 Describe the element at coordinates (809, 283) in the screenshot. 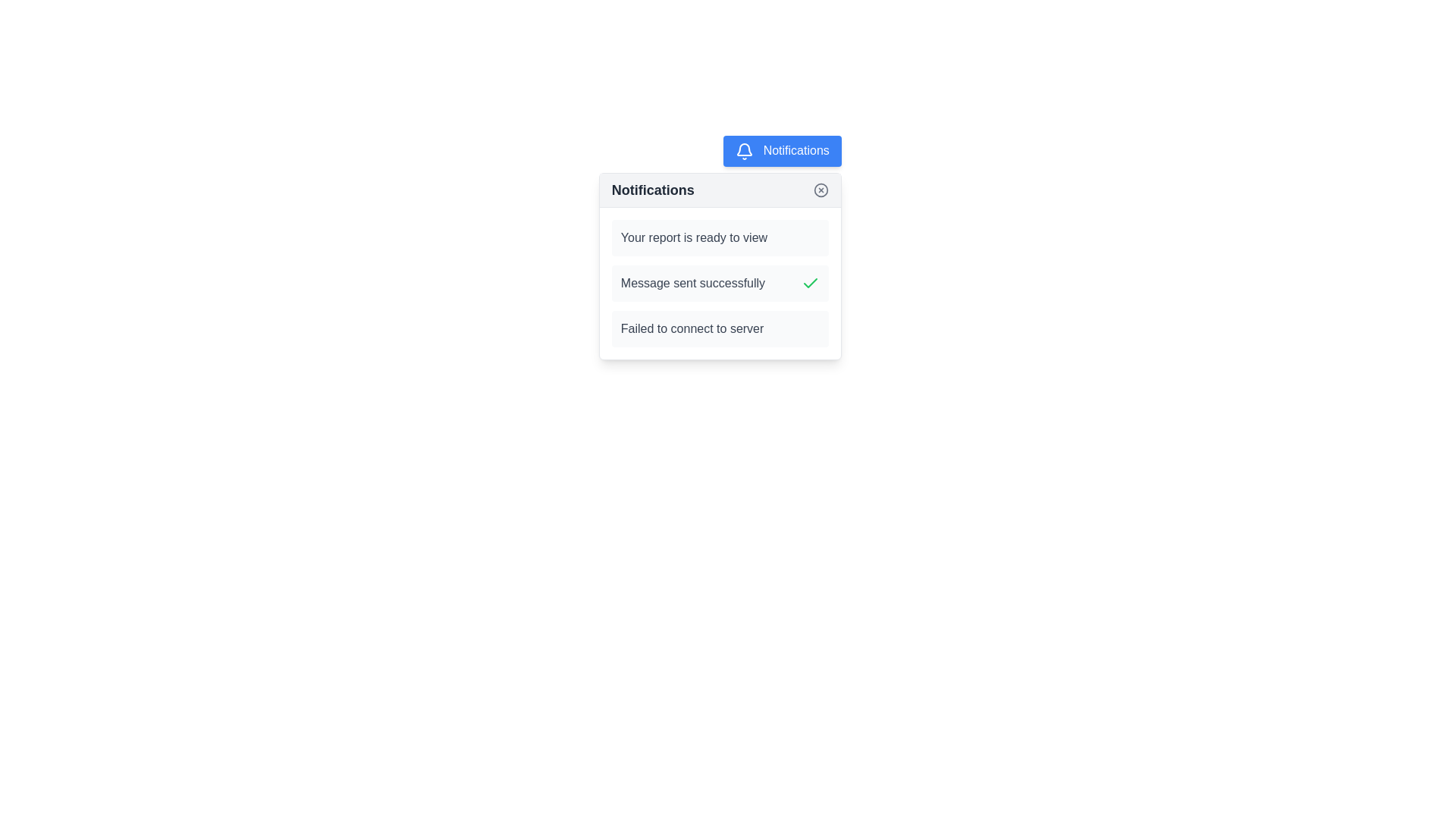

I see `the success icon positioned to the right of the text message 'Message sent successfully' in the second notification of the notification panel` at that location.